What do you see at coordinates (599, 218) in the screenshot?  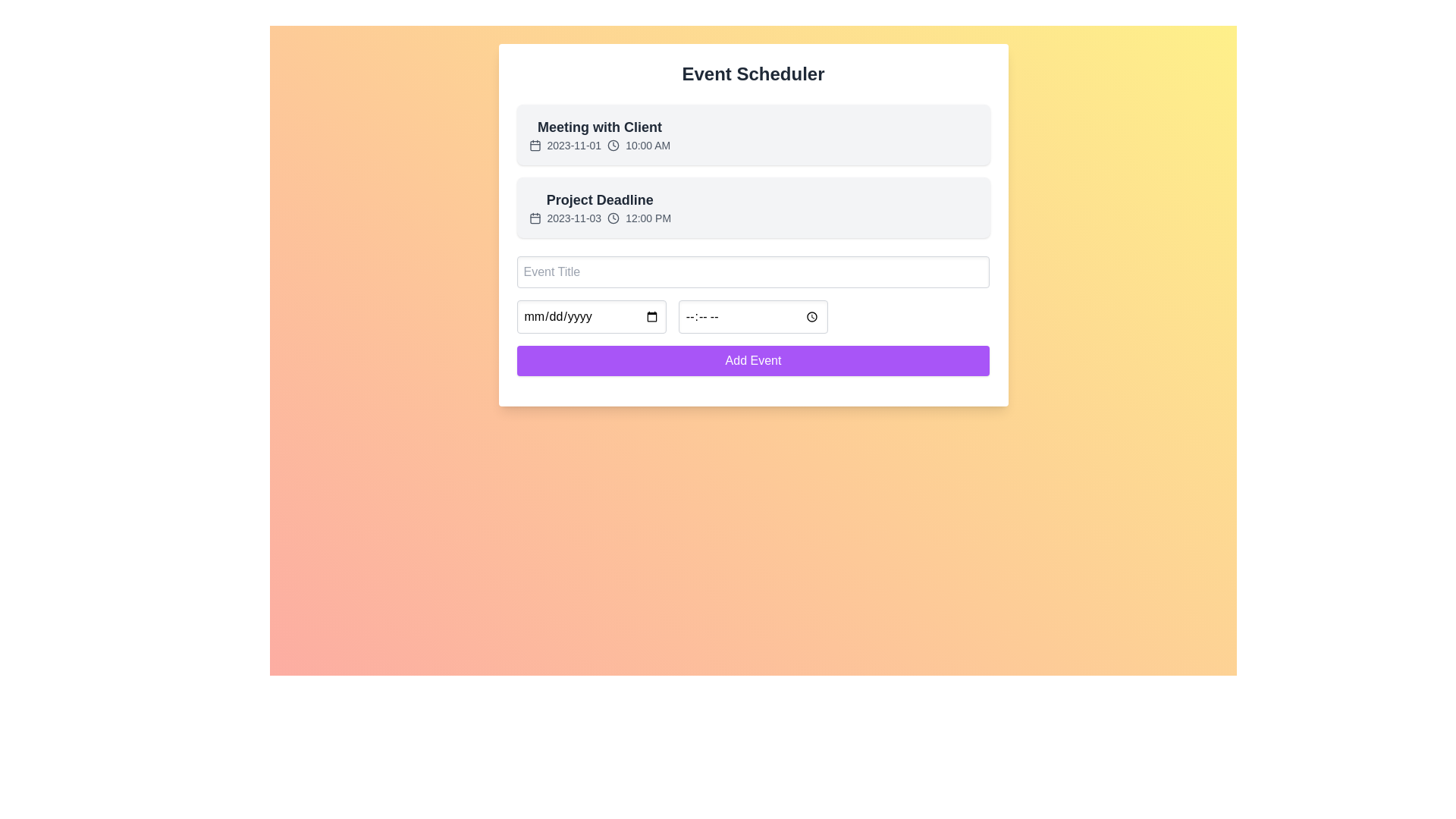 I see `the text display element that shows the scheduled date and time for the event named 'Project Deadline', located below the 'Project Deadline' label and flanked by icons` at bounding box center [599, 218].